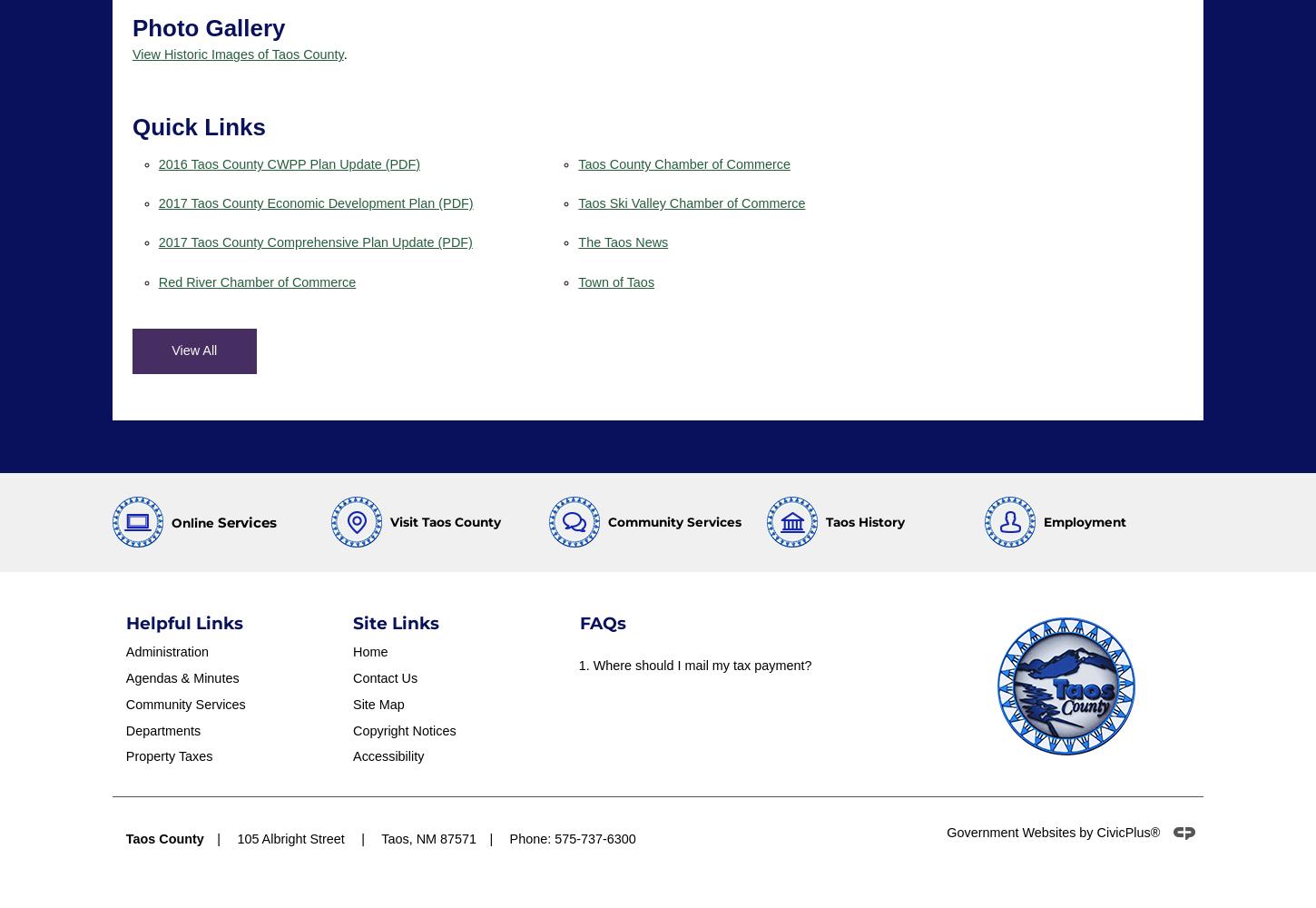  I want to click on 'Town of Taos', so click(576, 281).